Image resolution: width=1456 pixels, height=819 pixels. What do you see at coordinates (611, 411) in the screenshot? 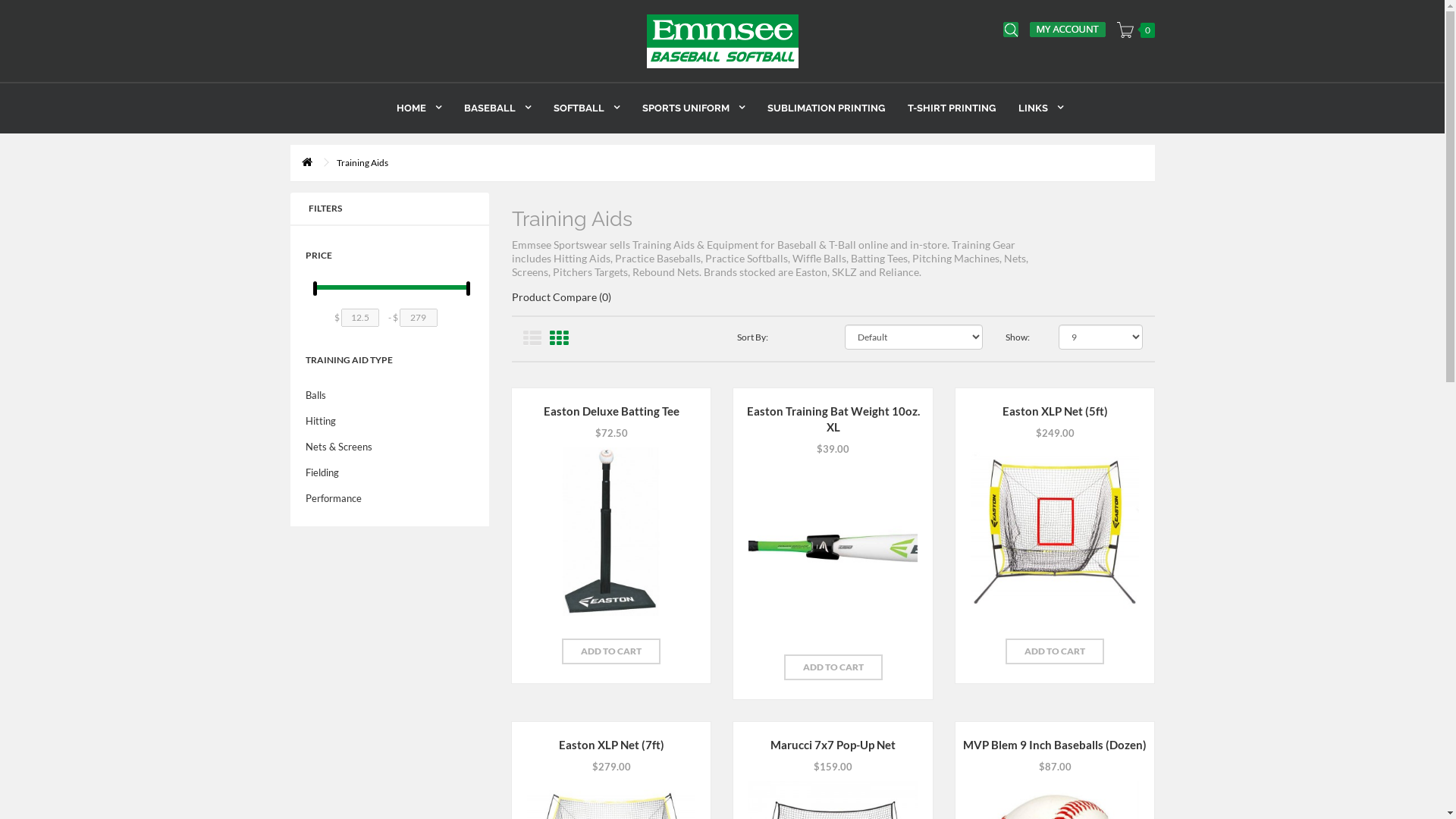
I see `'Easton Deluxe Batting Tee'` at bounding box center [611, 411].